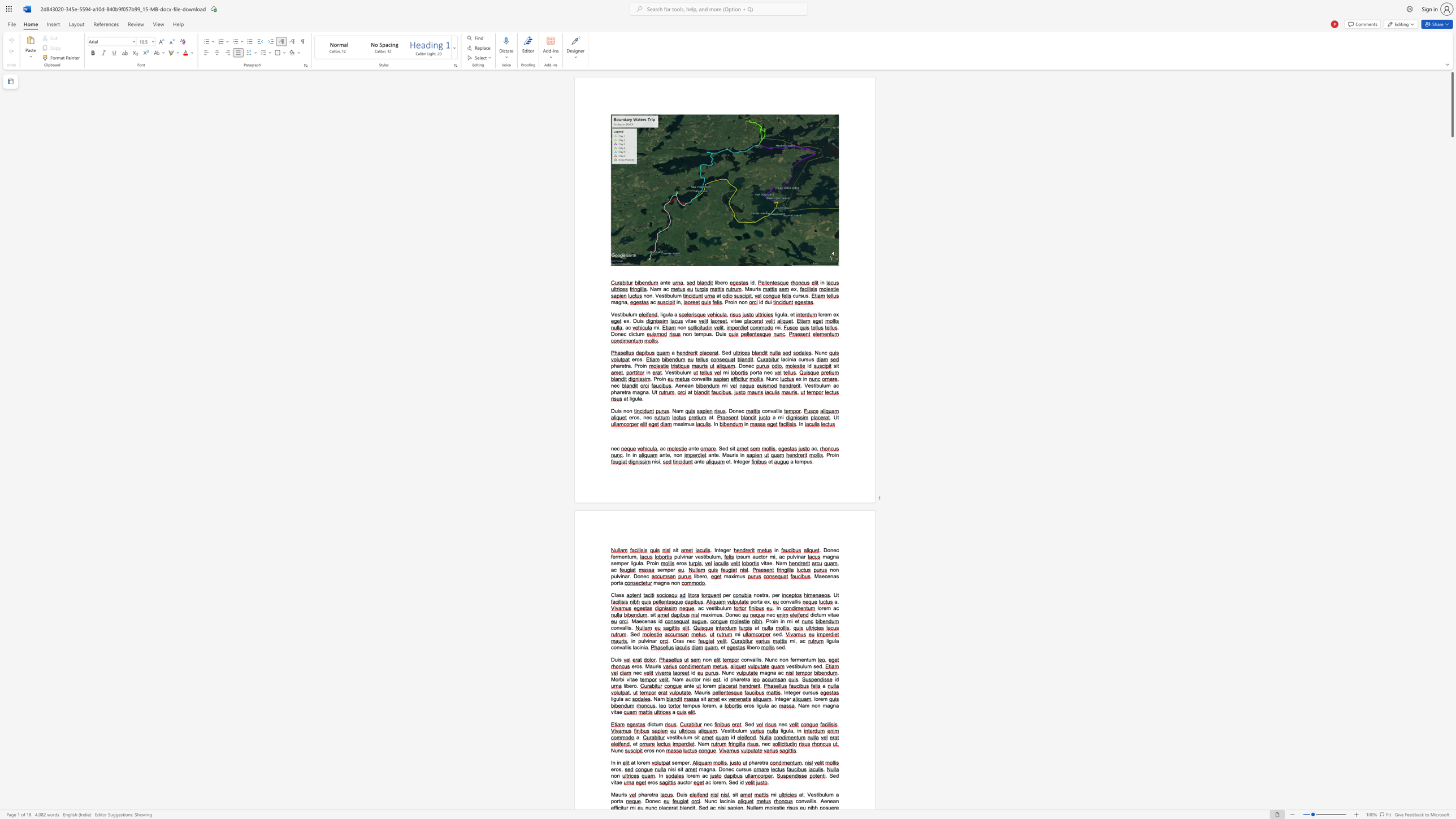 The height and width of the screenshot is (819, 1456). I want to click on the 2th character "u" in the text, so click(741, 731).